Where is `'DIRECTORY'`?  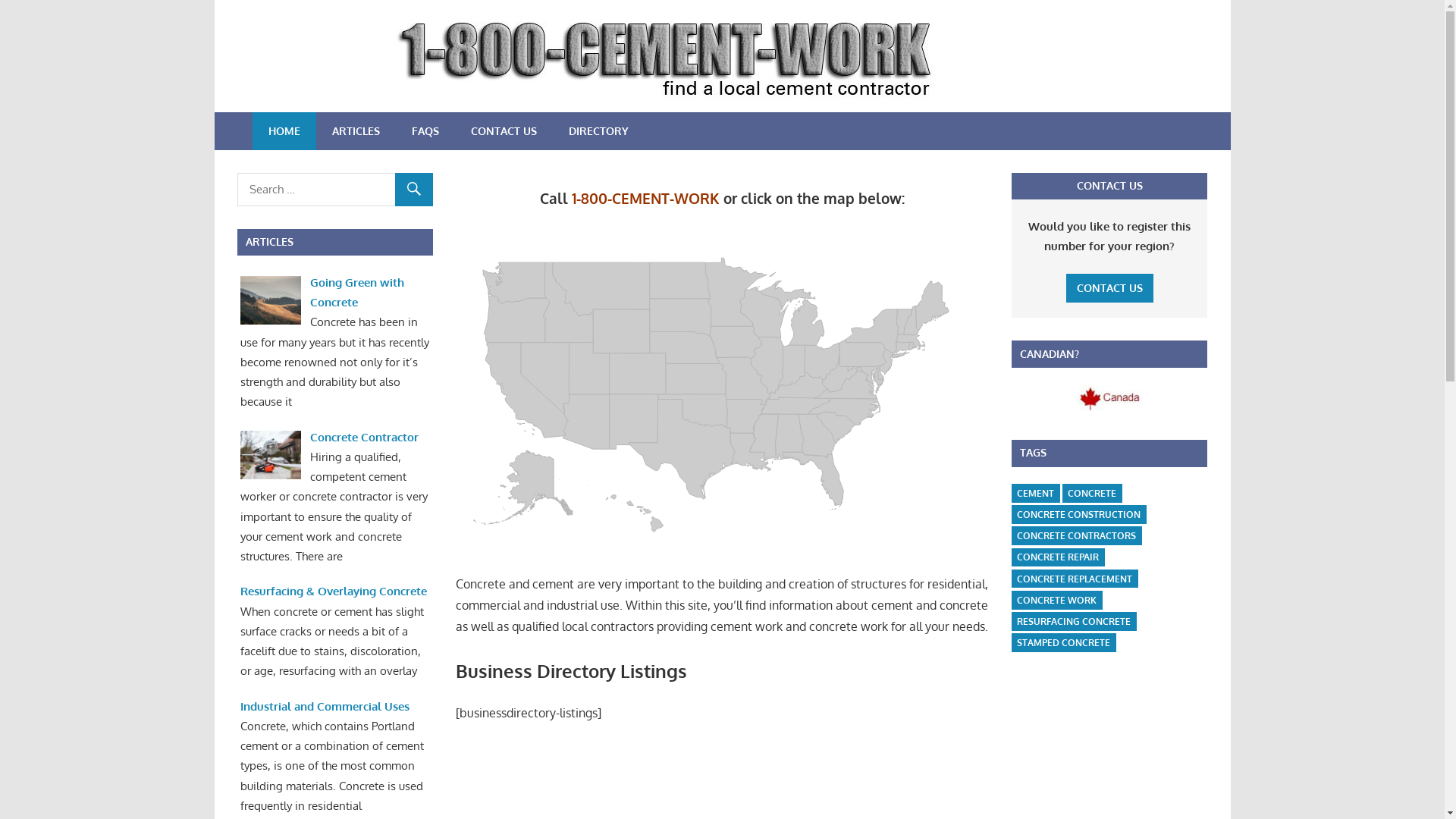 'DIRECTORY' is located at coordinates (551, 130).